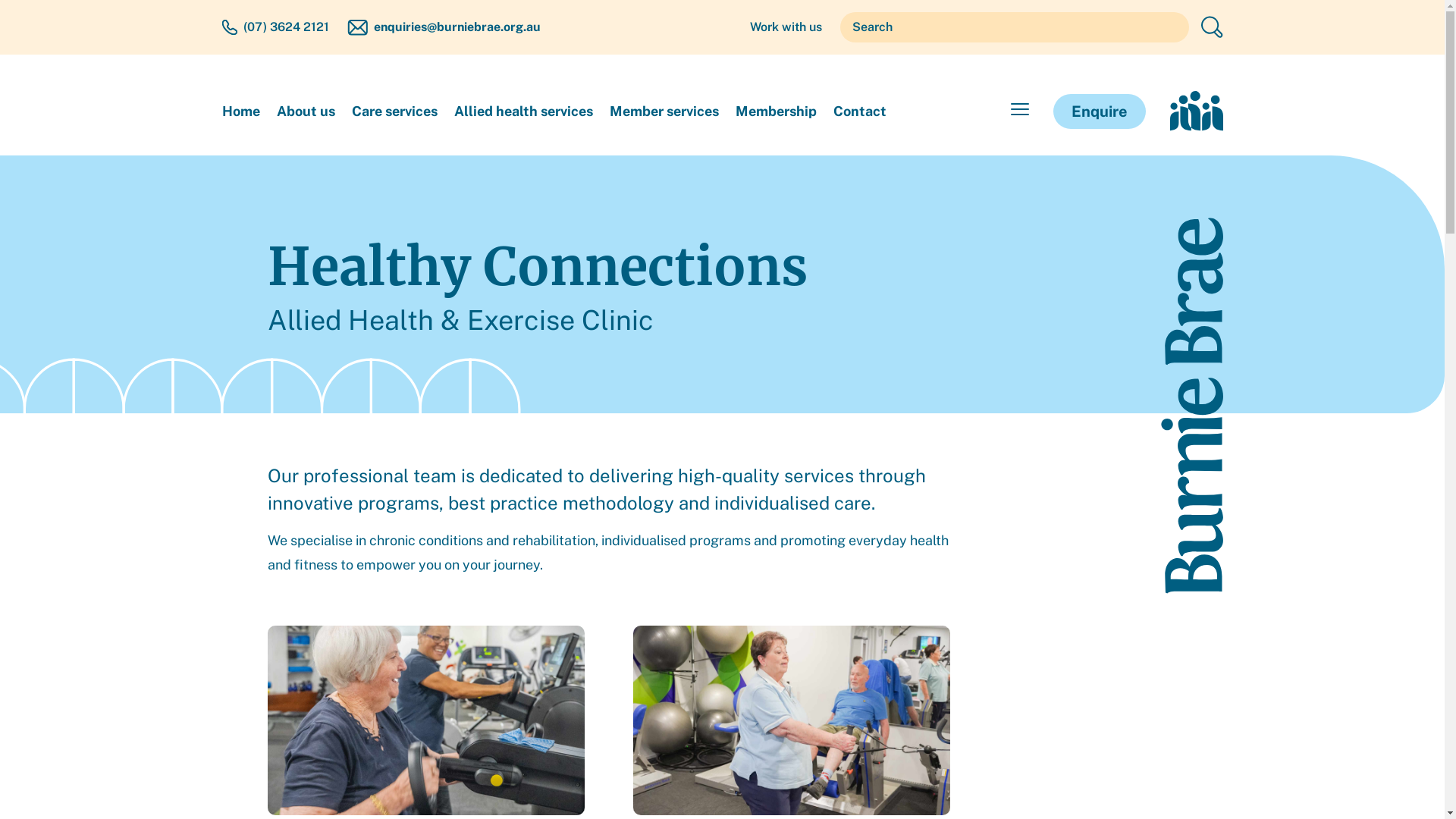 Image resolution: width=1456 pixels, height=819 pixels. What do you see at coordinates (735, 110) in the screenshot?
I see `'Membership'` at bounding box center [735, 110].